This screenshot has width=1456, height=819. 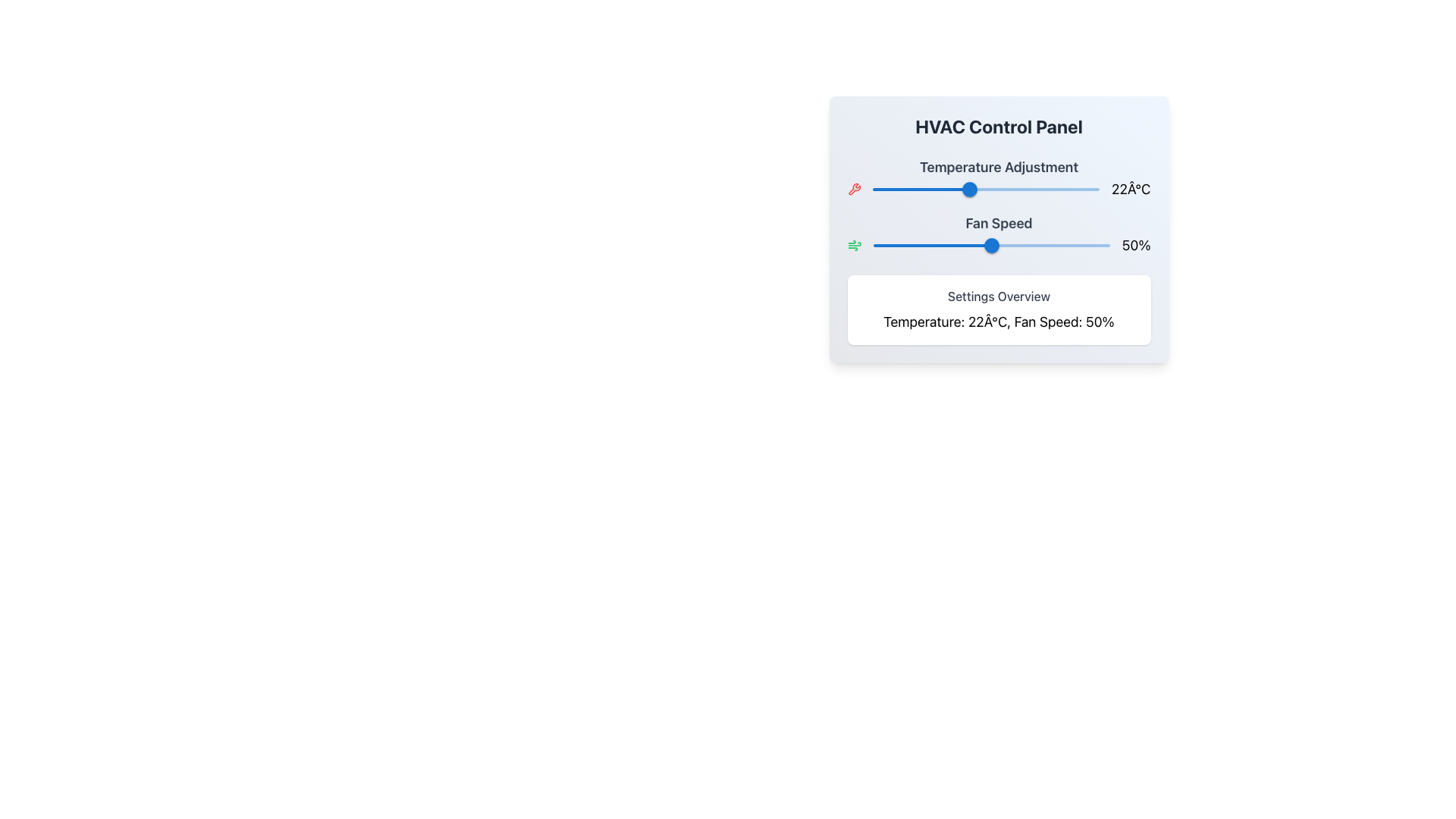 What do you see at coordinates (887, 245) in the screenshot?
I see `fan speed` at bounding box center [887, 245].